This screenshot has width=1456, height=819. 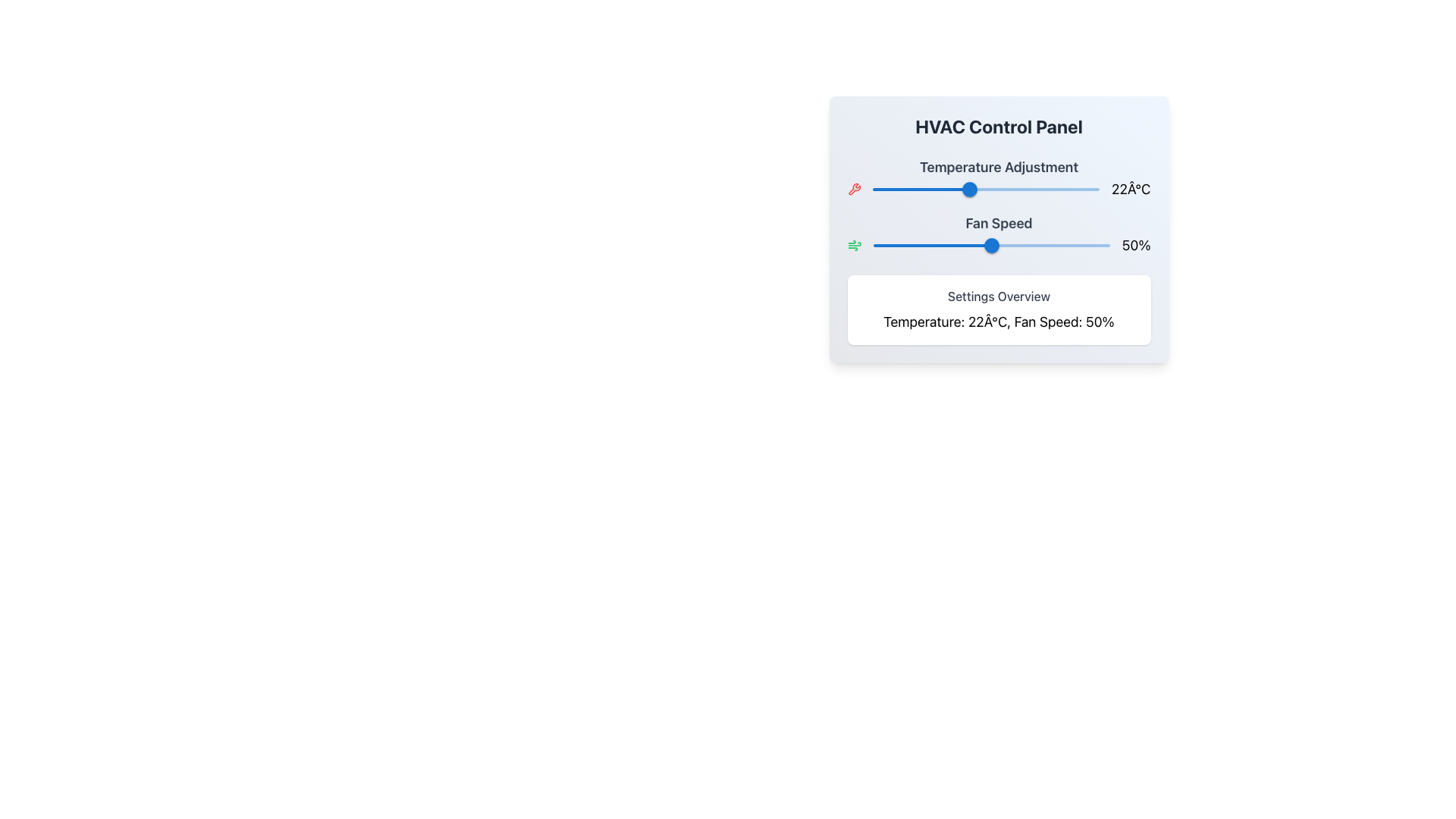 What do you see at coordinates (887, 245) in the screenshot?
I see `fan speed` at bounding box center [887, 245].